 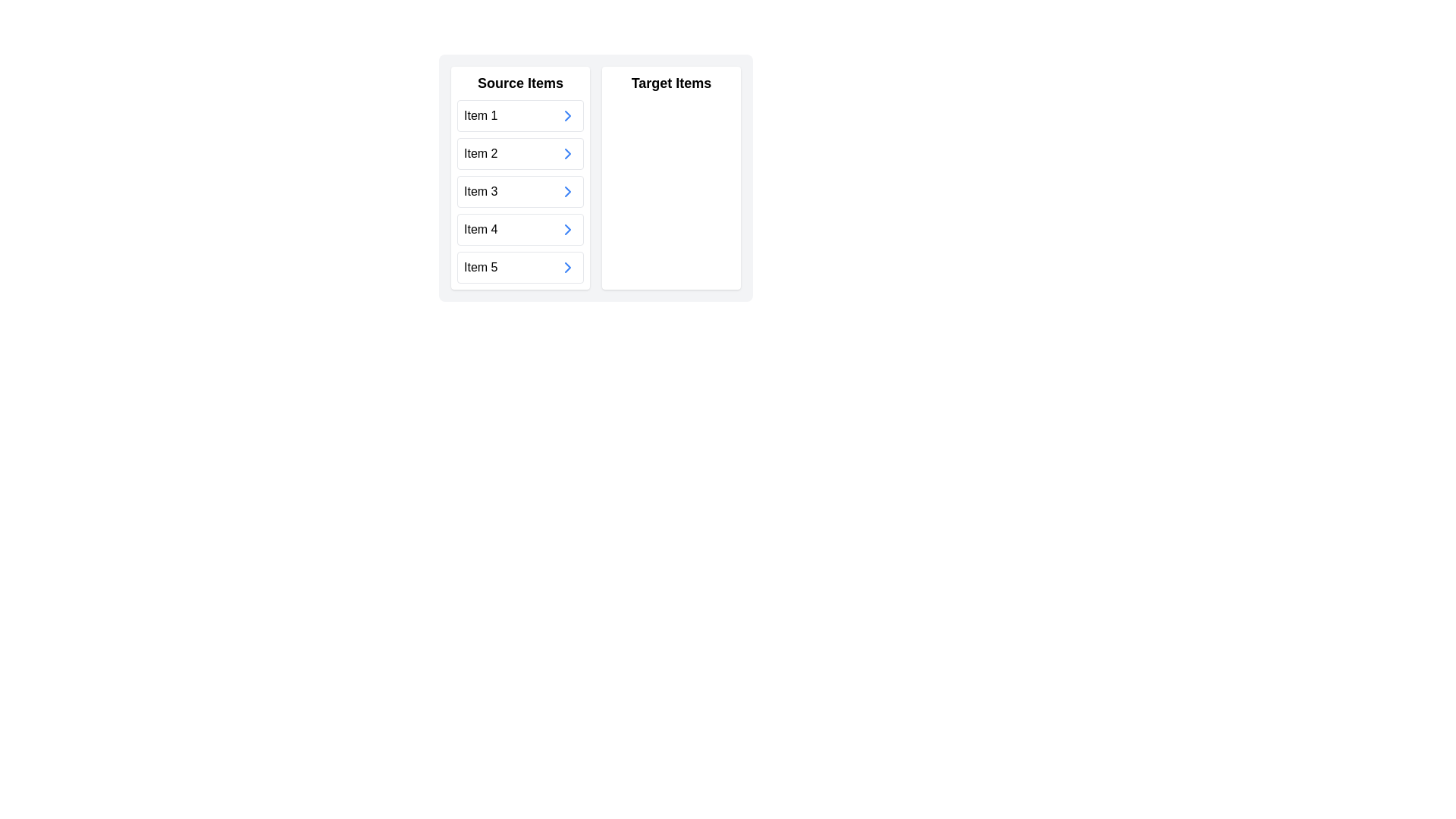 I want to click on the first item, so click(x=520, y=115).